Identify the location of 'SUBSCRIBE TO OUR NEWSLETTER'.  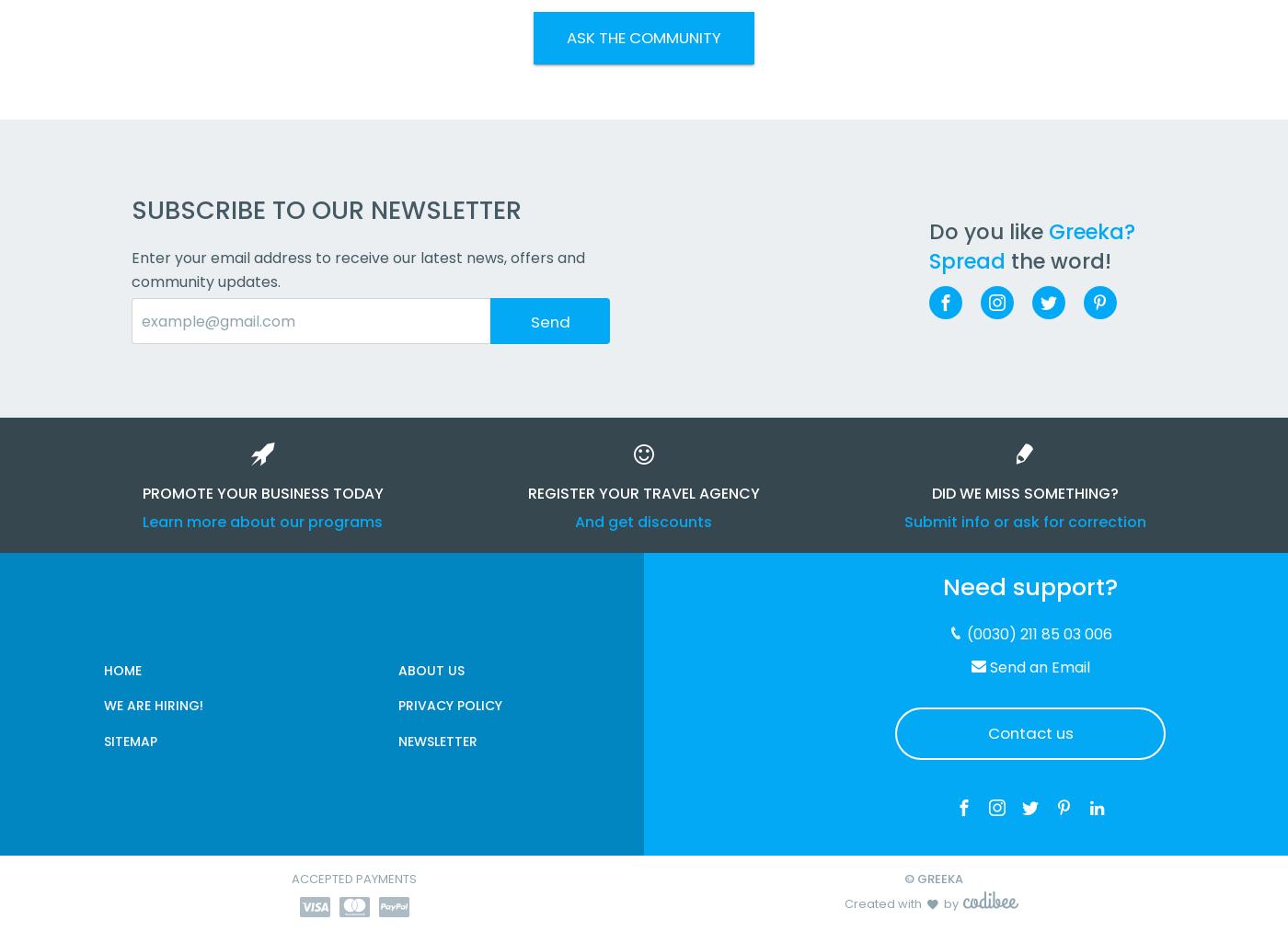
(327, 210).